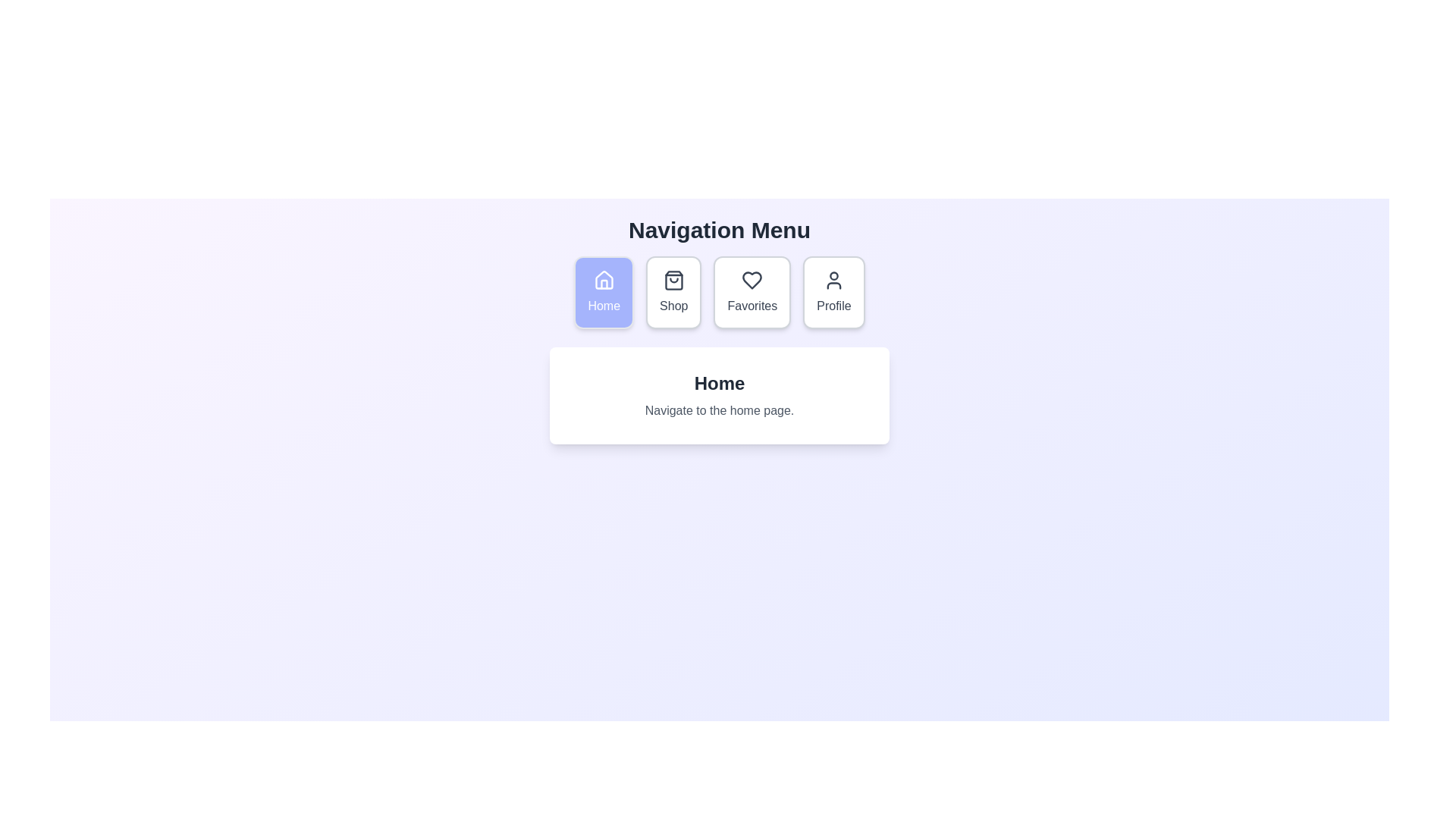 Image resolution: width=1456 pixels, height=819 pixels. What do you see at coordinates (673, 306) in the screenshot?
I see `the Text Label that indicates navigation to the shopping section, located below the shopping bag icon and is the second button from the left in a horizontal row of buttons` at bounding box center [673, 306].